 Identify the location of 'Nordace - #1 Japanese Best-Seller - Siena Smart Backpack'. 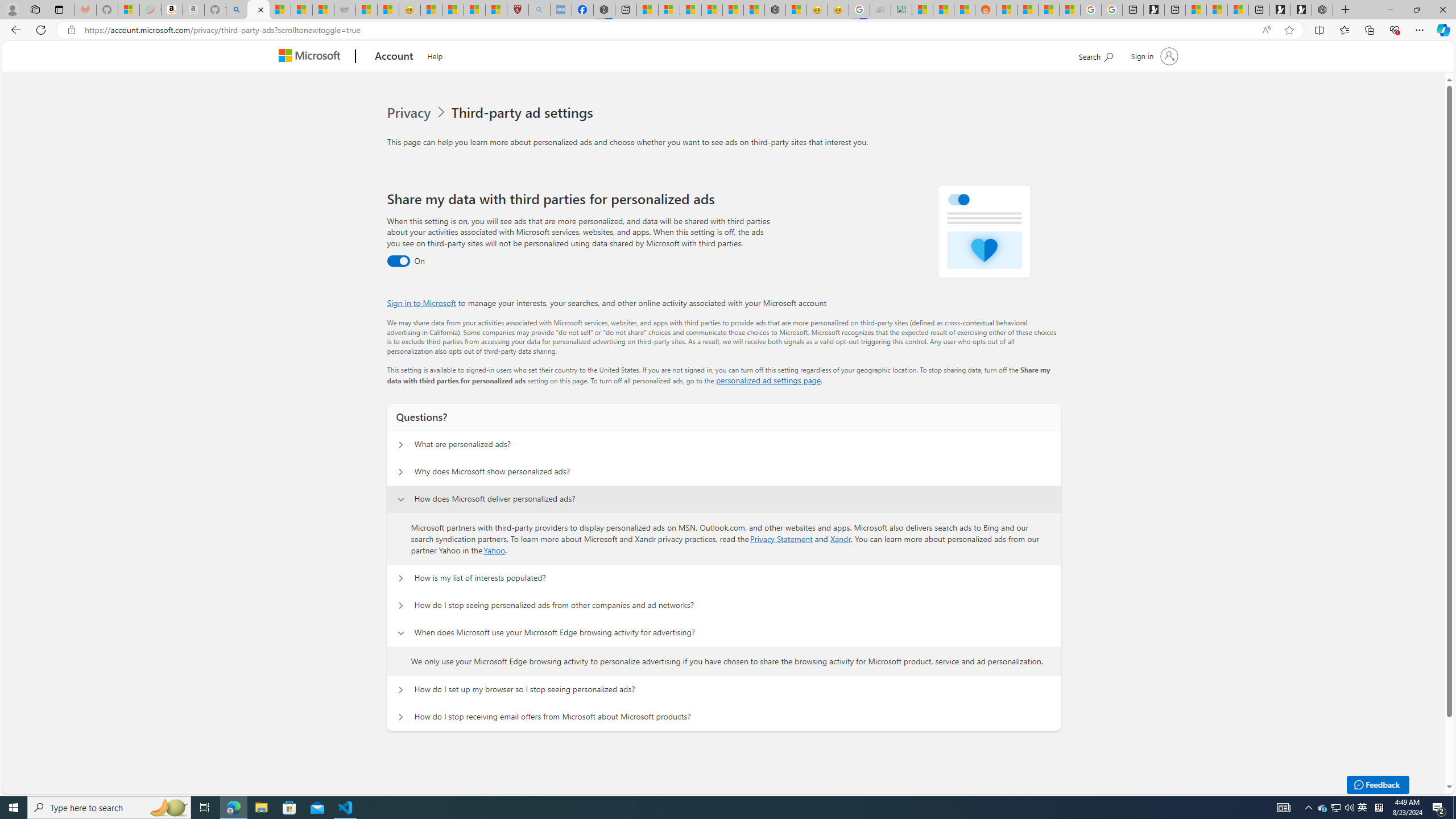
(775, 9).